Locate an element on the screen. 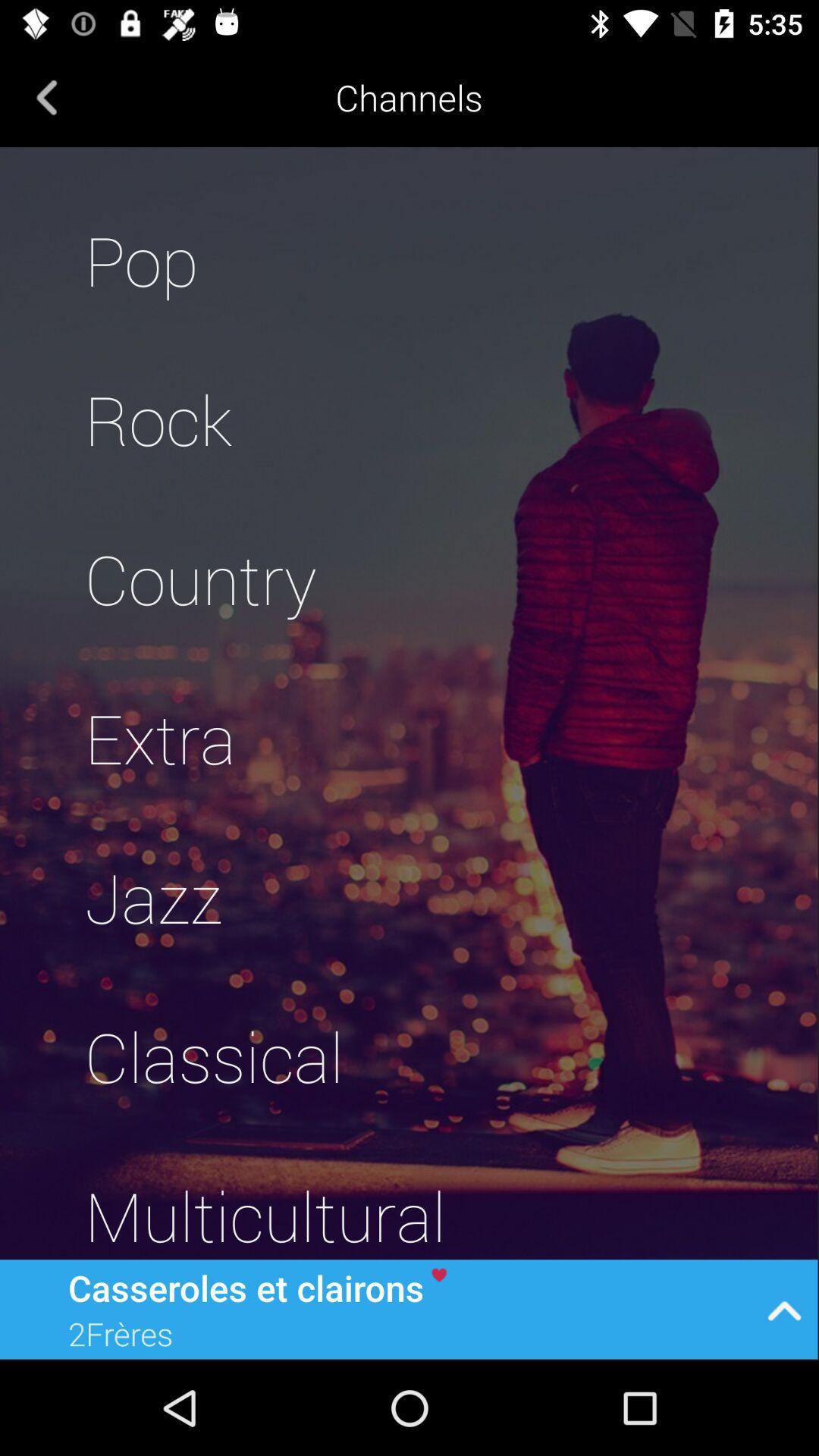 This screenshot has height=1456, width=819. the item next to channels icon is located at coordinates (46, 96).